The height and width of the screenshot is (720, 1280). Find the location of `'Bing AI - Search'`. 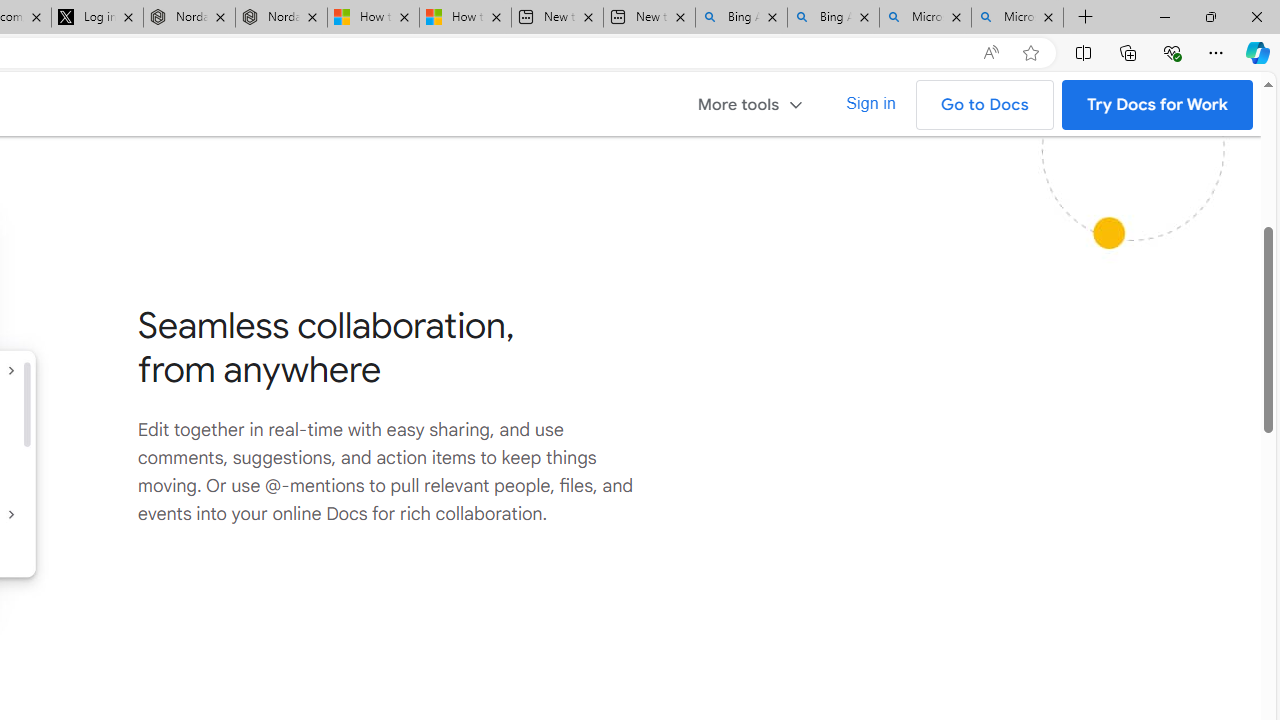

'Bing AI - Search' is located at coordinates (833, 17).